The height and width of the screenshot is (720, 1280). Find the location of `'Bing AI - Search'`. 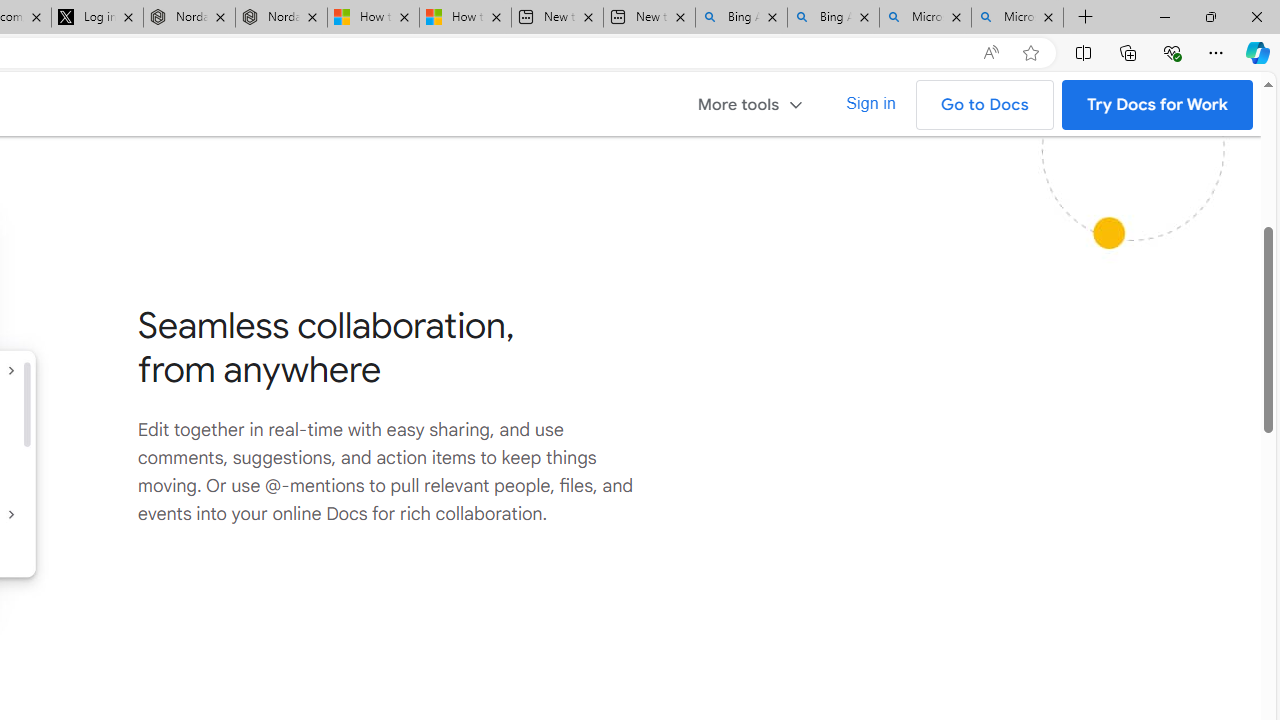

'Bing AI - Search' is located at coordinates (833, 17).